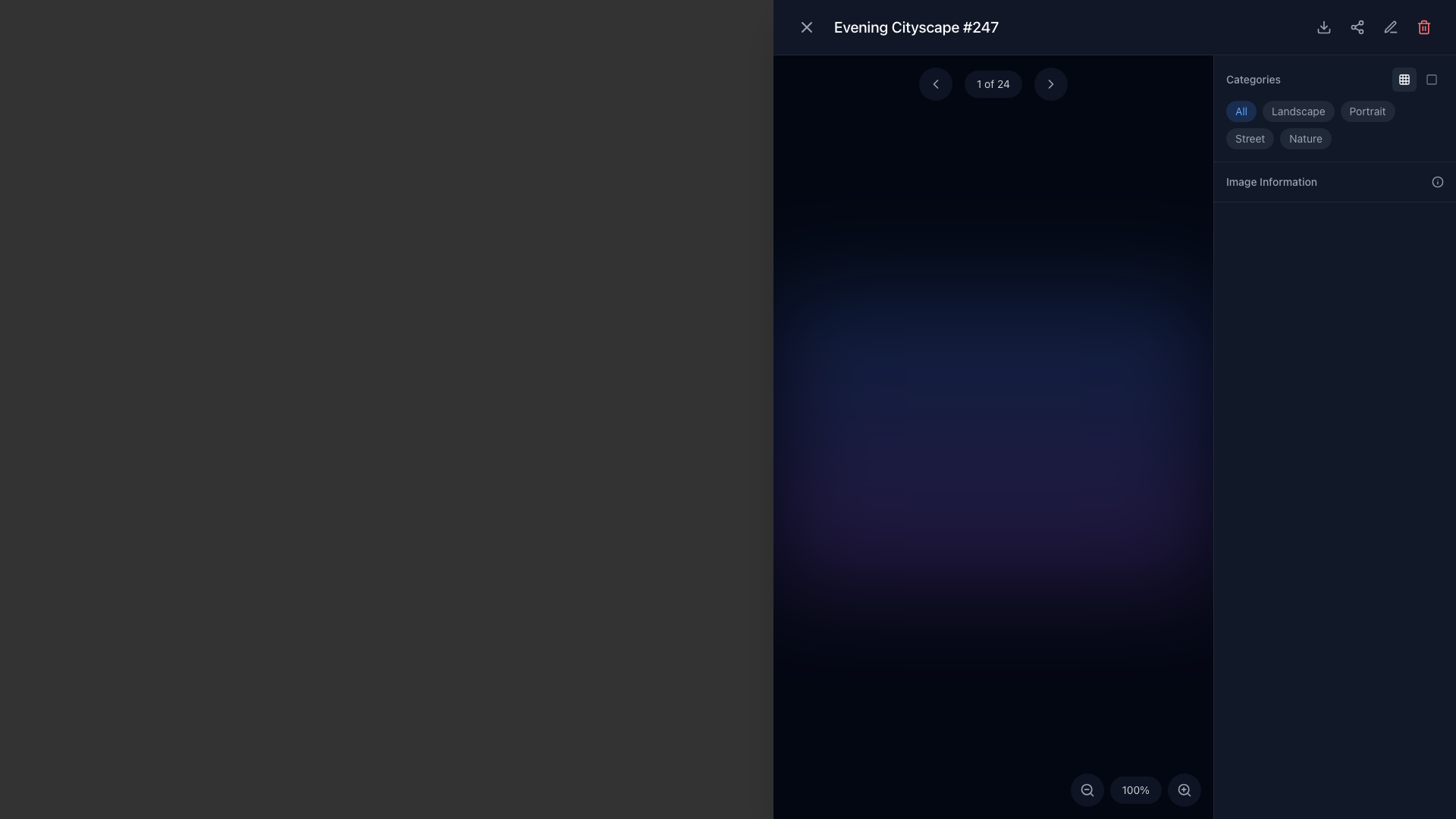 This screenshot has height=819, width=1456. What do you see at coordinates (806, 27) in the screenshot?
I see `the close button located at the top left of the interface, next to the text 'Evening Cityscape #247'` at bounding box center [806, 27].